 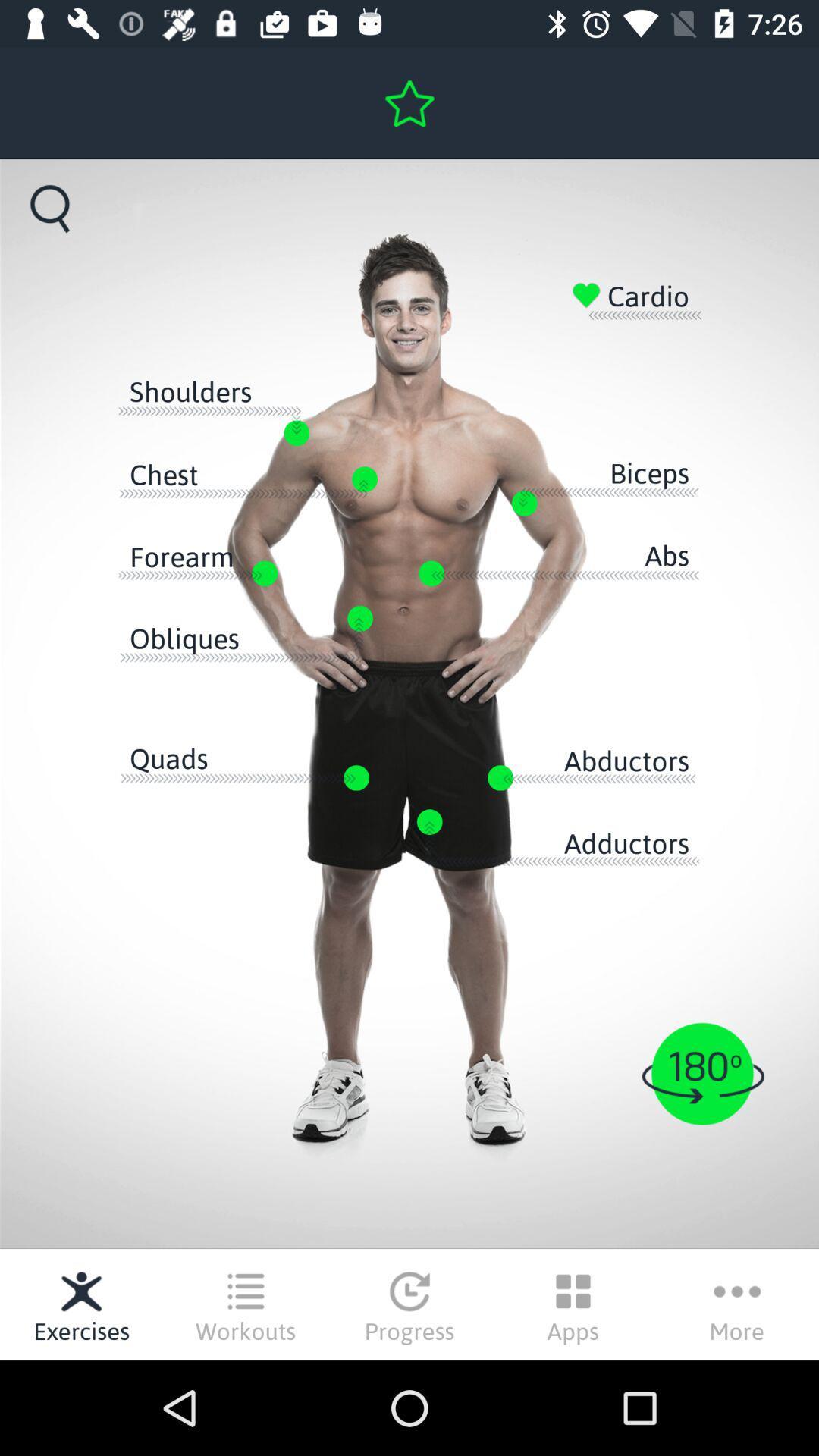 What do you see at coordinates (703, 1073) in the screenshot?
I see `the avatar icon` at bounding box center [703, 1073].